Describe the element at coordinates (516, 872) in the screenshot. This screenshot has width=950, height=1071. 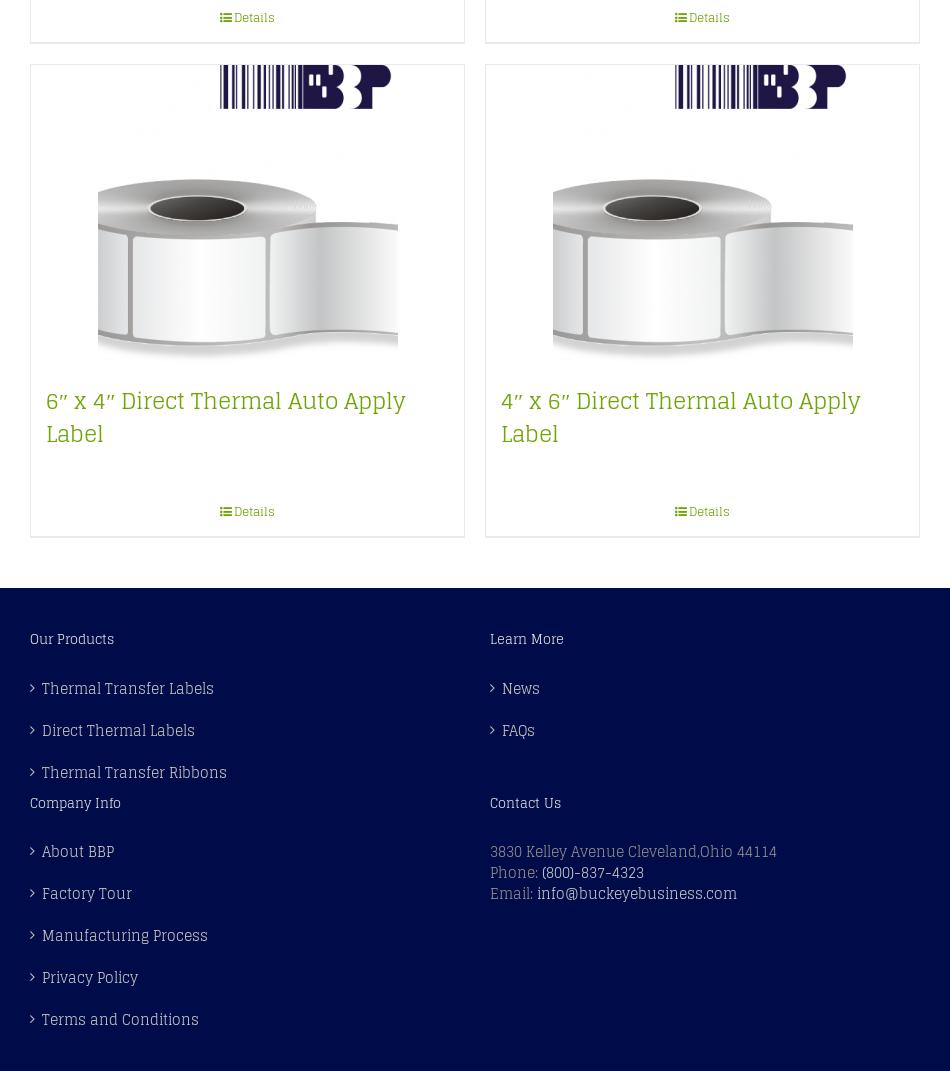
I see `'Phone:'` at that location.